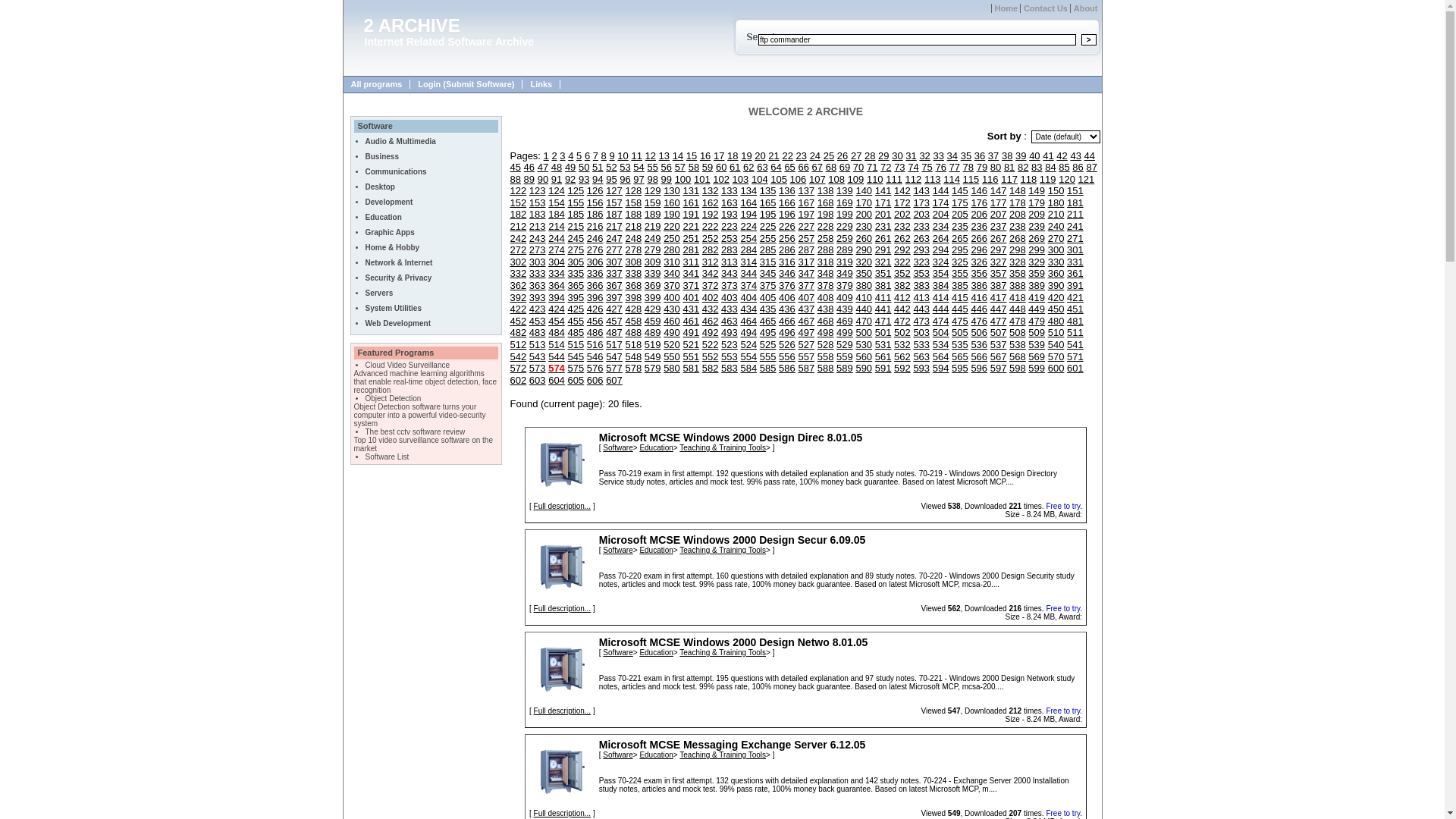 Image resolution: width=1456 pixels, height=819 pixels. I want to click on '131', so click(682, 190).